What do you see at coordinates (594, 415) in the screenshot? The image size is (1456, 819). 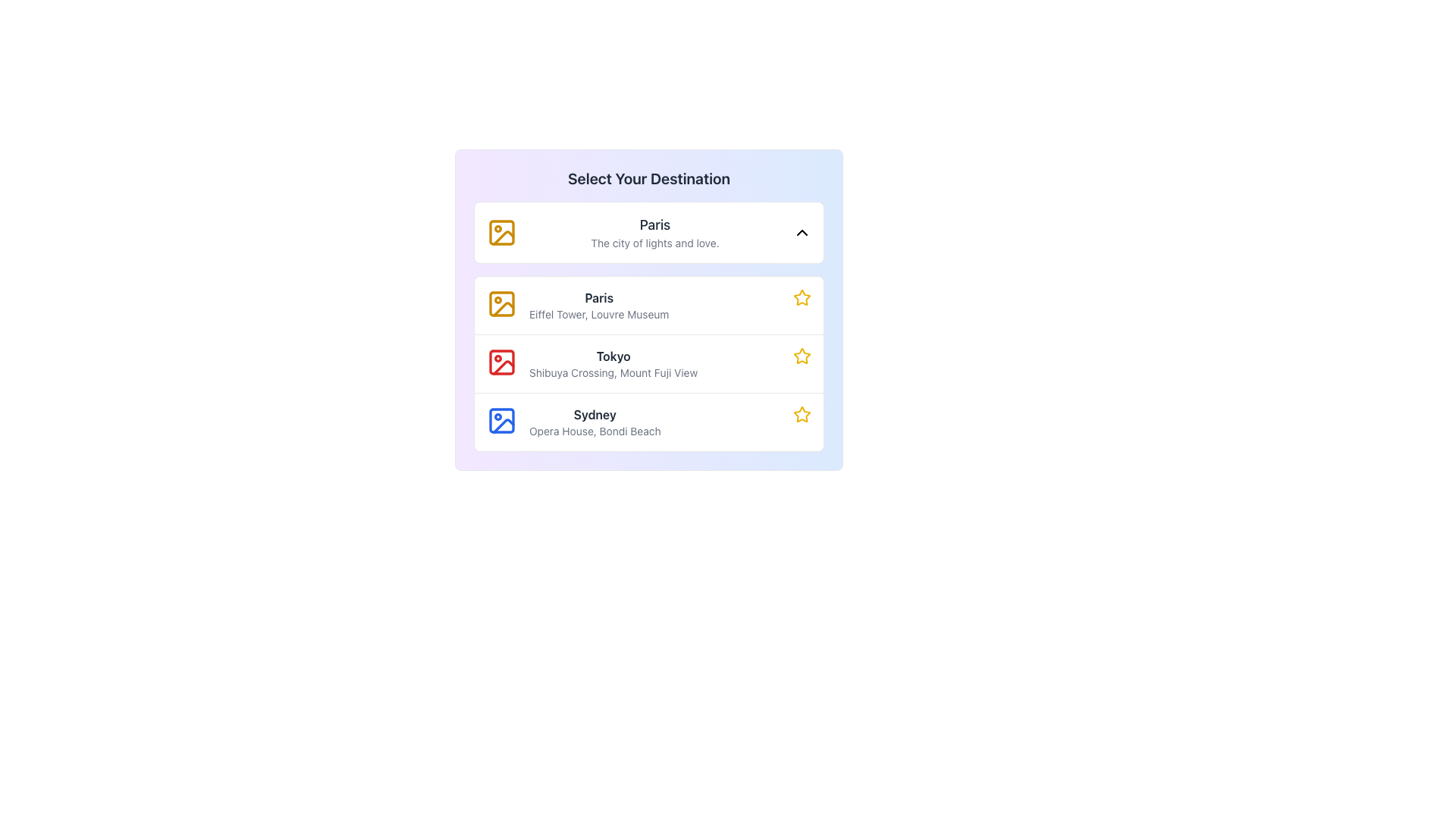 I see `text displayed in the bold 'Sydney' label located in the information card at the specified coordinates` at bounding box center [594, 415].